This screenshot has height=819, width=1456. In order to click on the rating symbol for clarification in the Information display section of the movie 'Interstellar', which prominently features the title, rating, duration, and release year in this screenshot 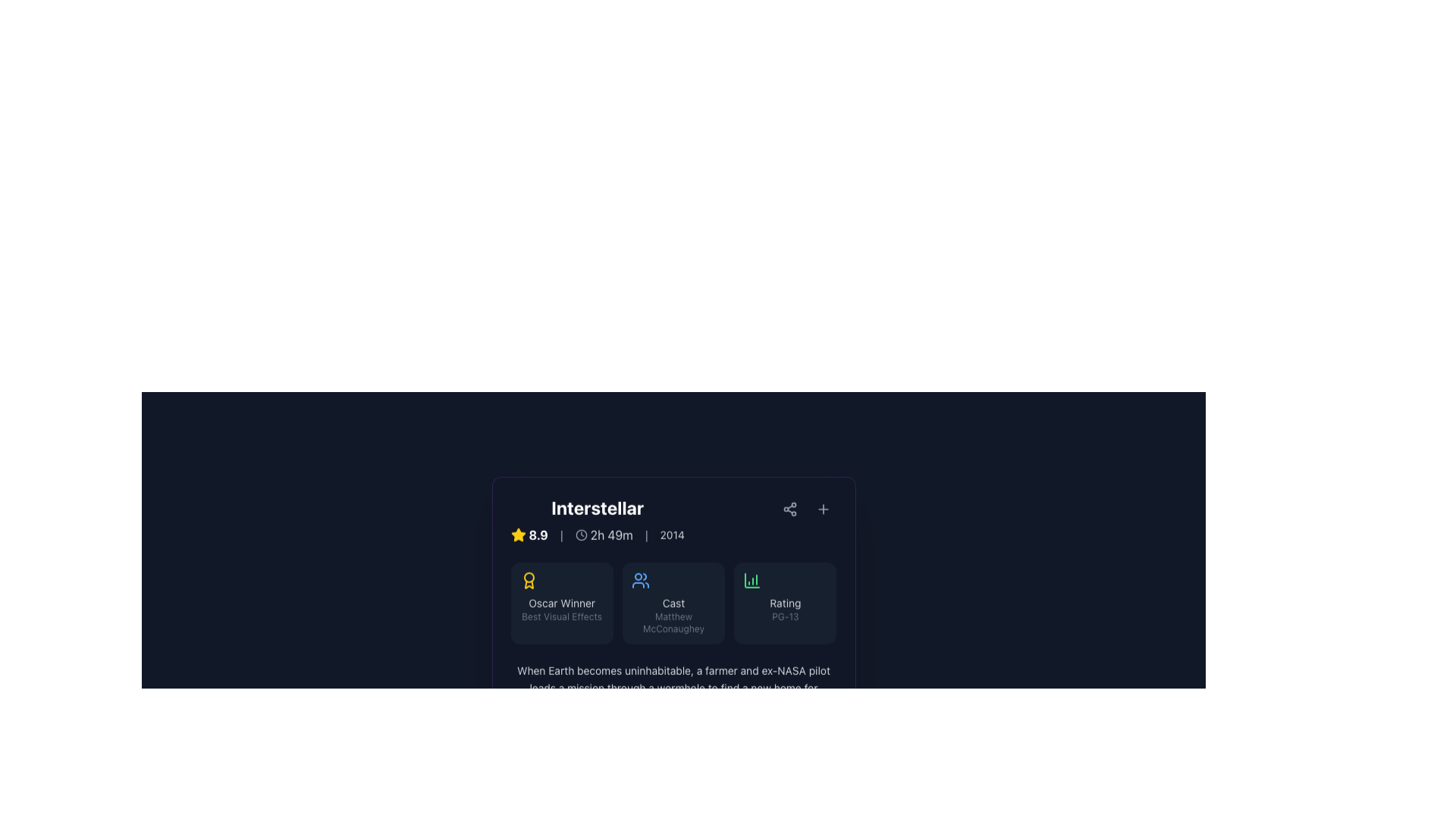, I will do `click(673, 519)`.